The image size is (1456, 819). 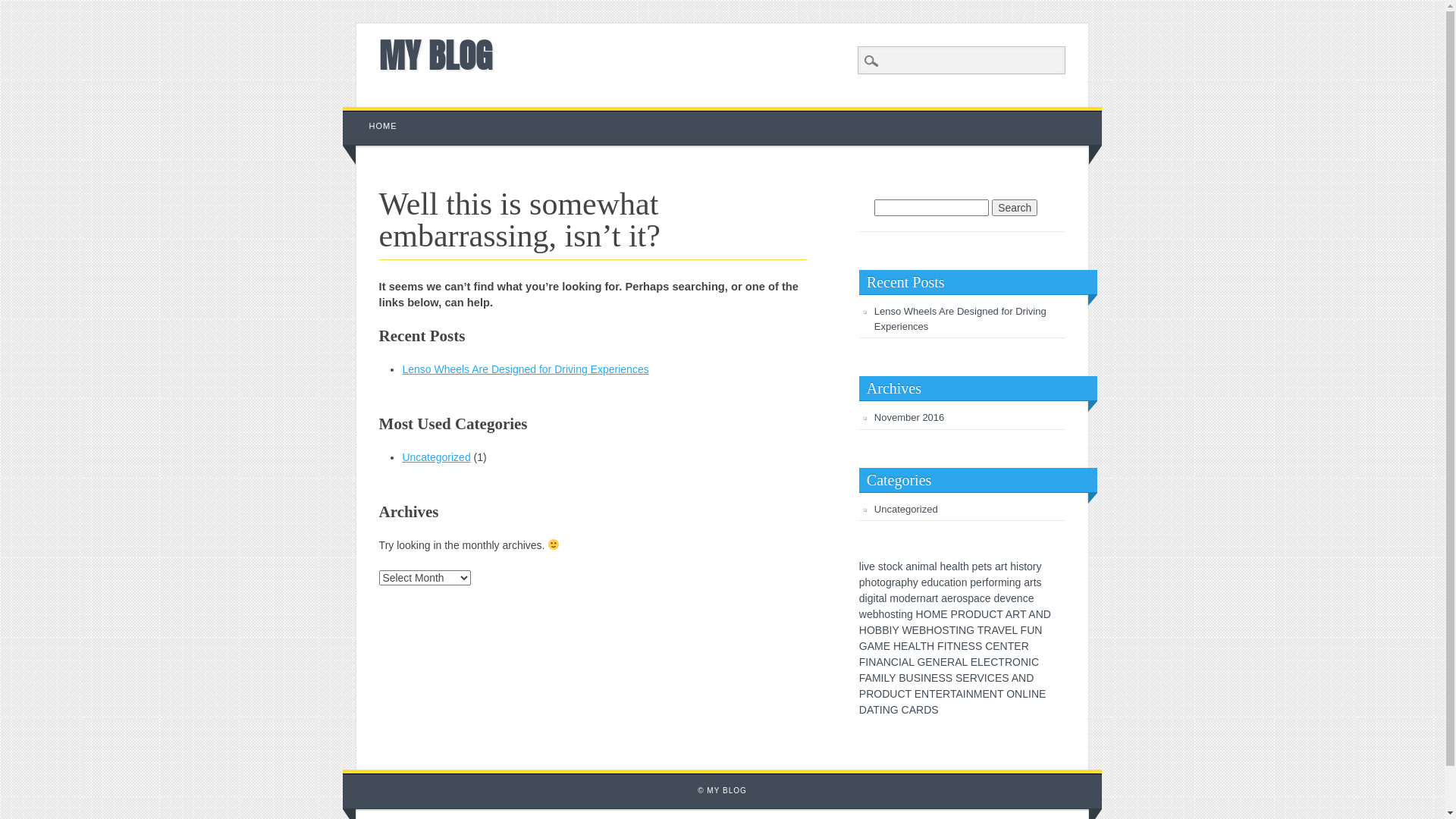 What do you see at coordinates (956, 629) in the screenshot?
I see `'I'` at bounding box center [956, 629].